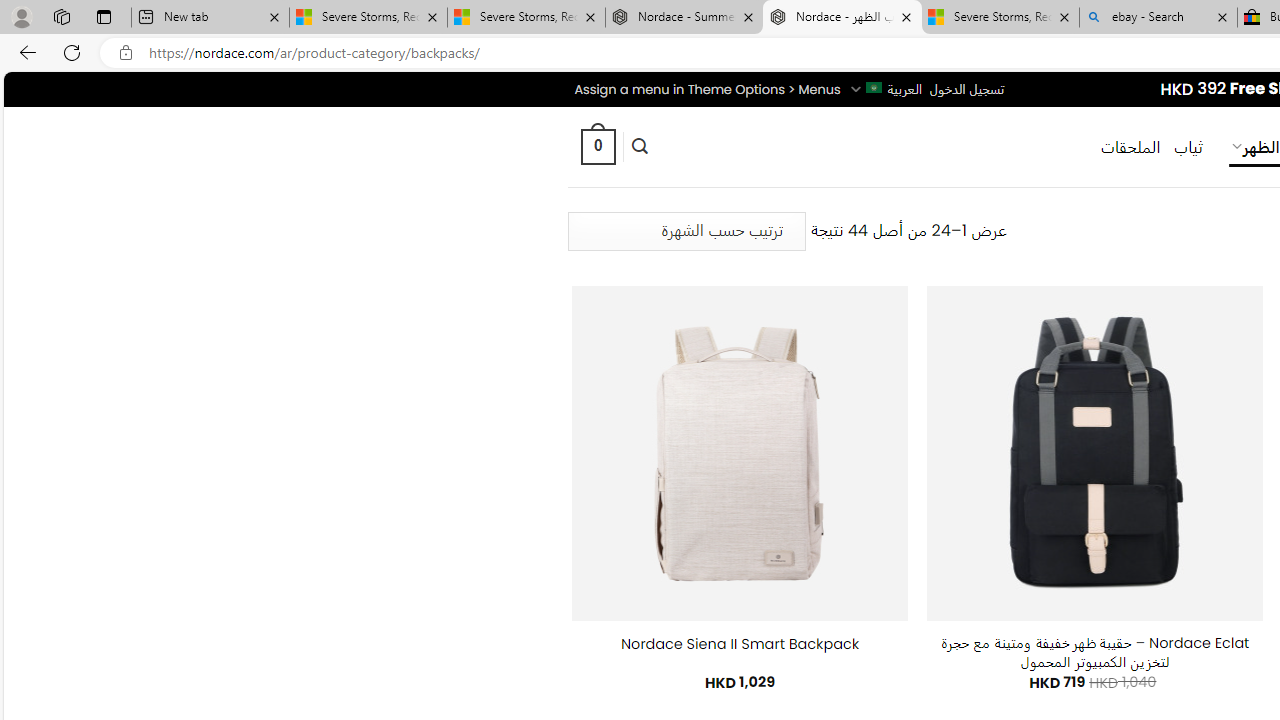 This screenshot has width=1280, height=720. What do you see at coordinates (707, 88) in the screenshot?
I see `'Assign a menu in Theme Options > Menus'` at bounding box center [707, 88].